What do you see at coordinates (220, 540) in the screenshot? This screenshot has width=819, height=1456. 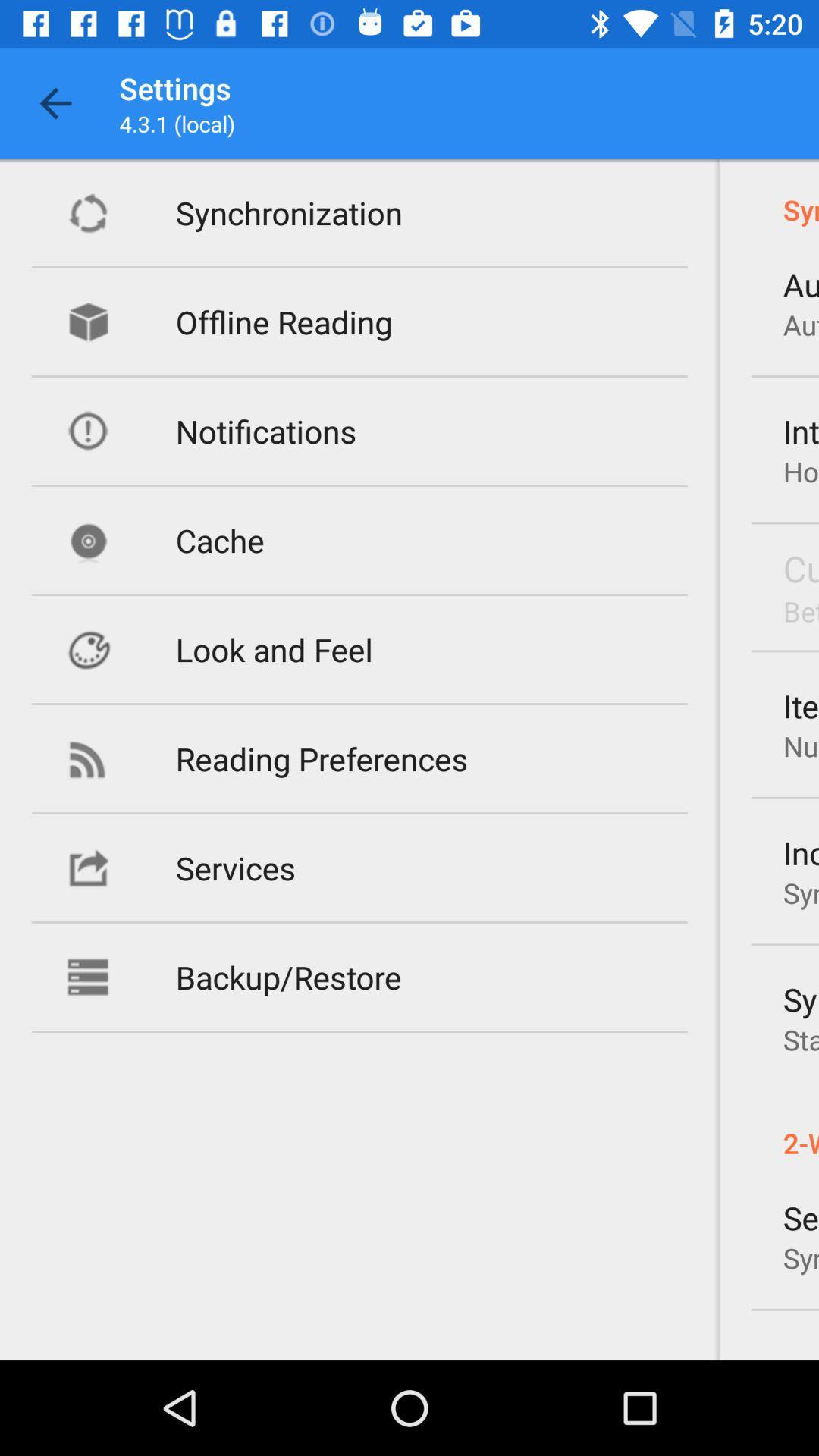 I see `the icon above the look and feel item` at bounding box center [220, 540].